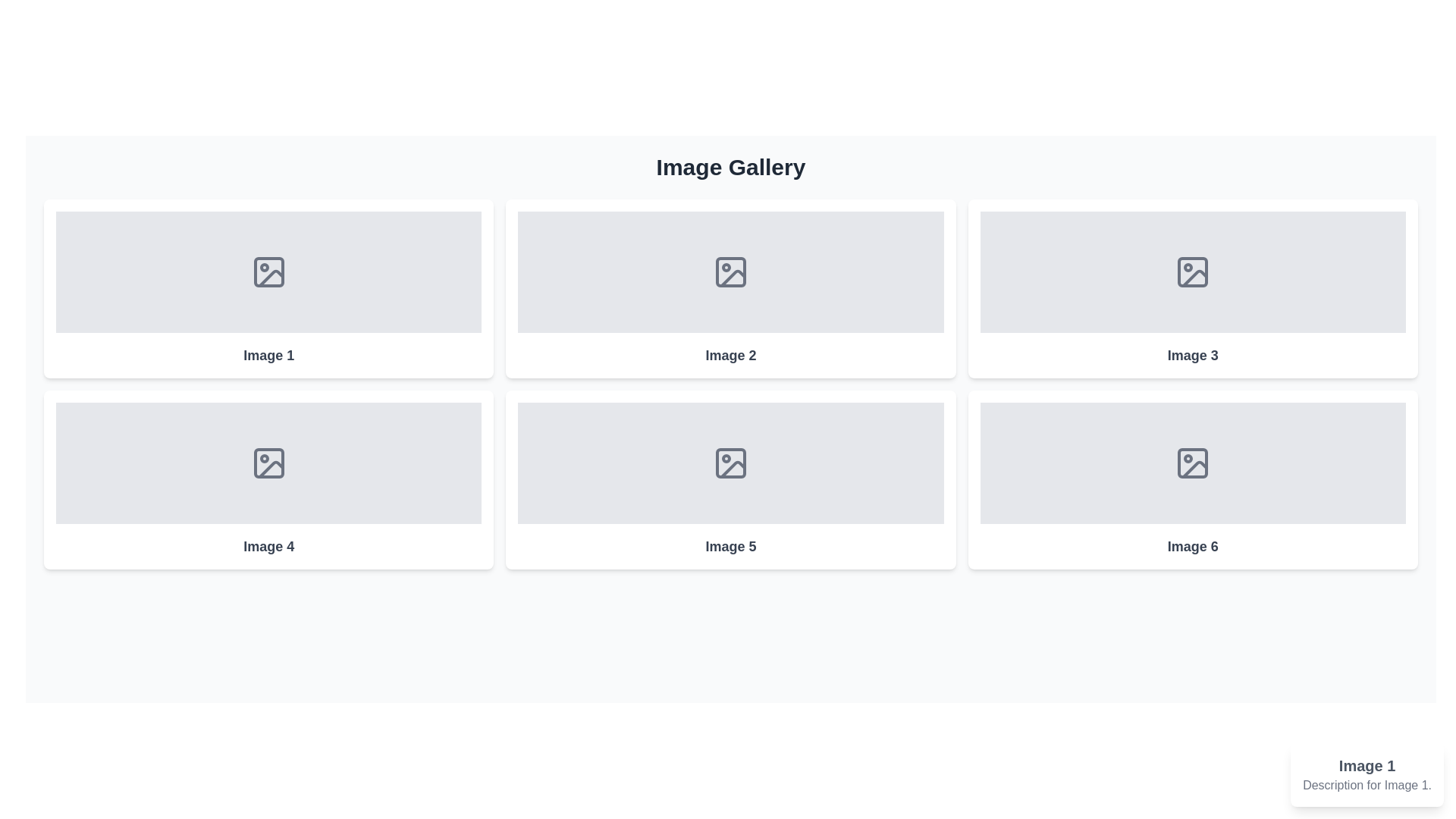 The height and width of the screenshot is (819, 1456). Describe the element at coordinates (268, 462) in the screenshot. I see `the gray image placeholder icon featuring a landscape illustration, which is centered in the fourth card of a two-row grid` at that location.